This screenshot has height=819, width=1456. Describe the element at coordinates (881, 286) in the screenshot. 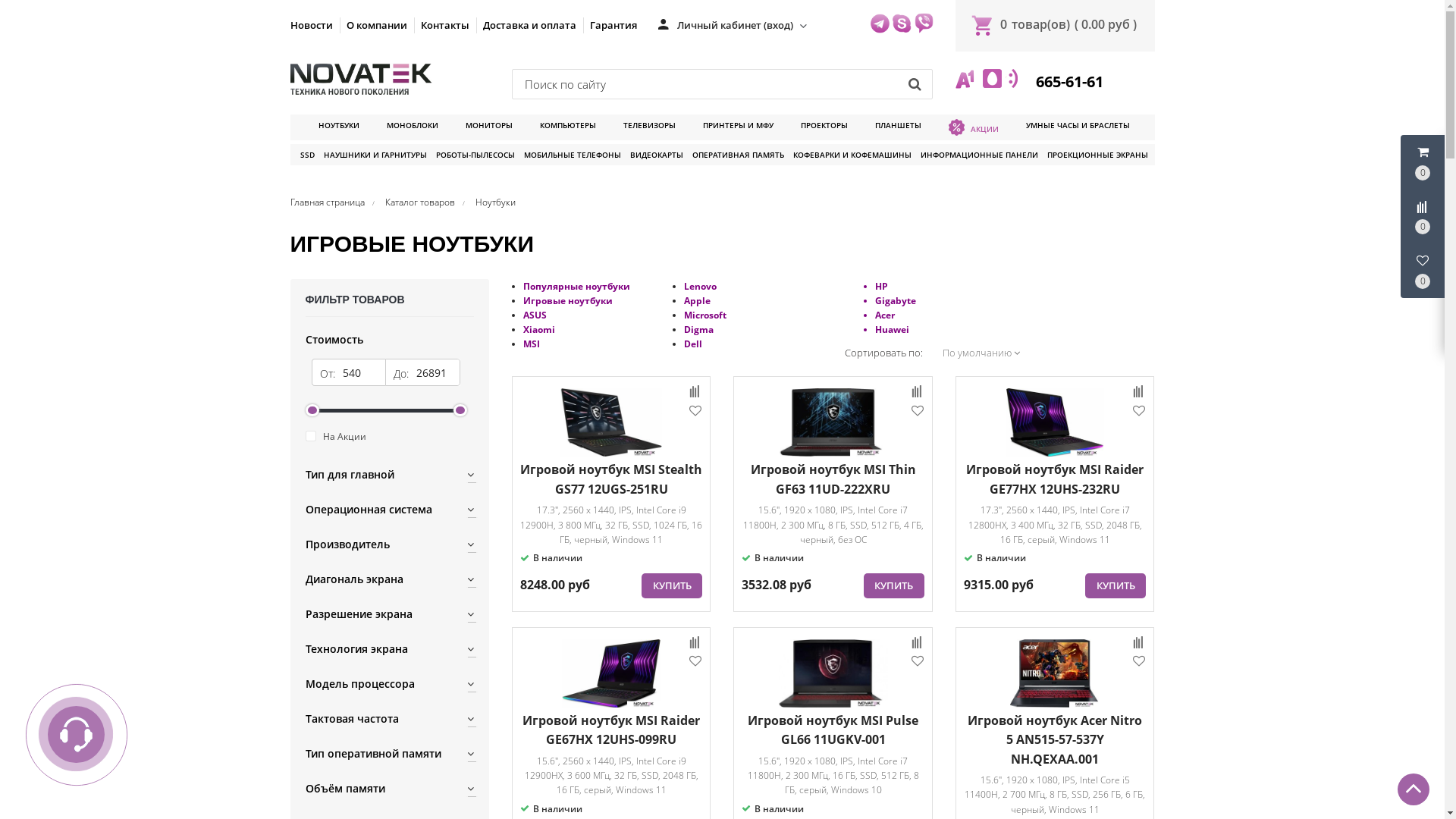

I see `'HP'` at that location.